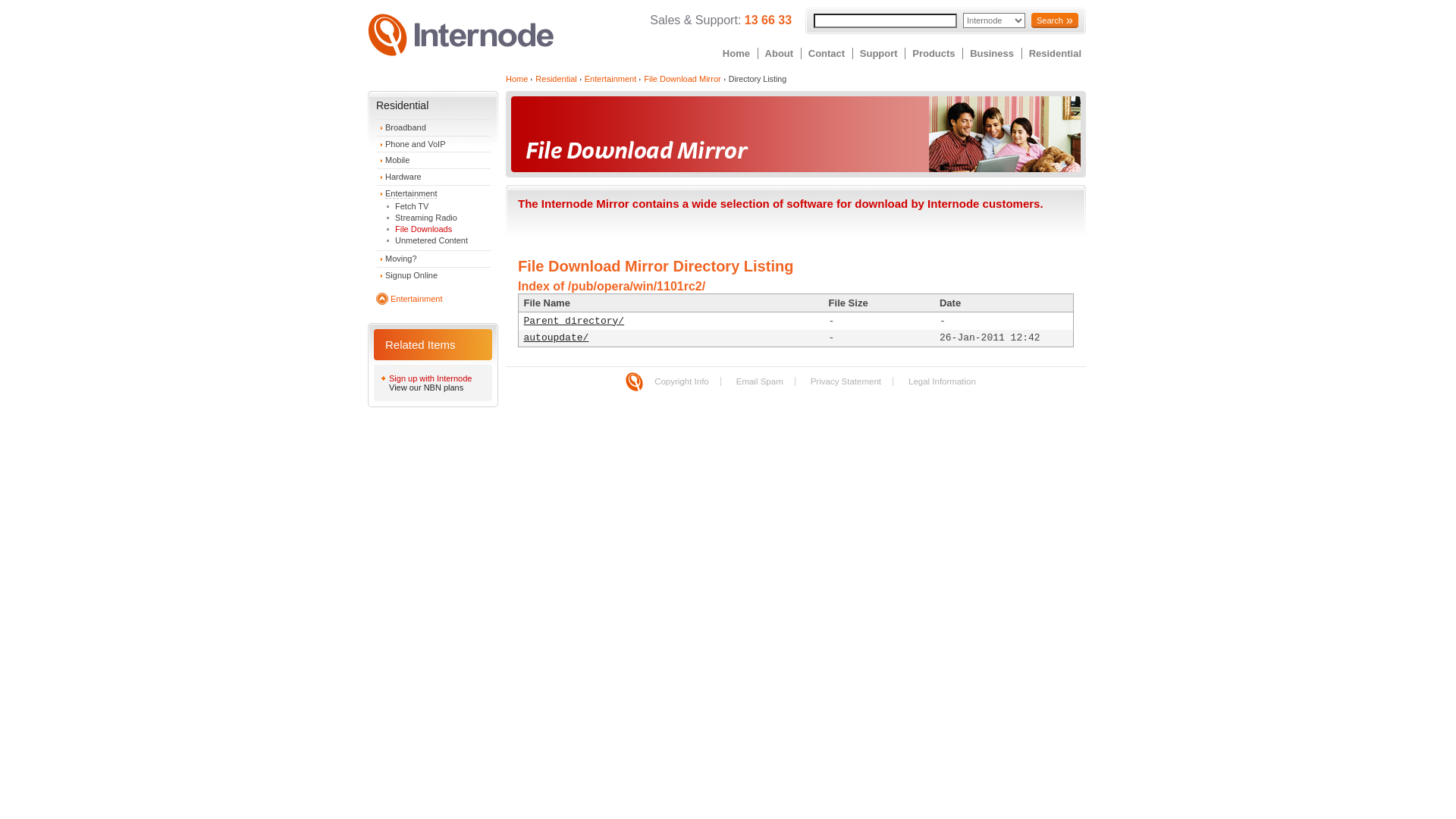 This screenshot has width=1456, height=819. What do you see at coordinates (878, 52) in the screenshot?
I see `'Support'` at bounding box center [878, 52].